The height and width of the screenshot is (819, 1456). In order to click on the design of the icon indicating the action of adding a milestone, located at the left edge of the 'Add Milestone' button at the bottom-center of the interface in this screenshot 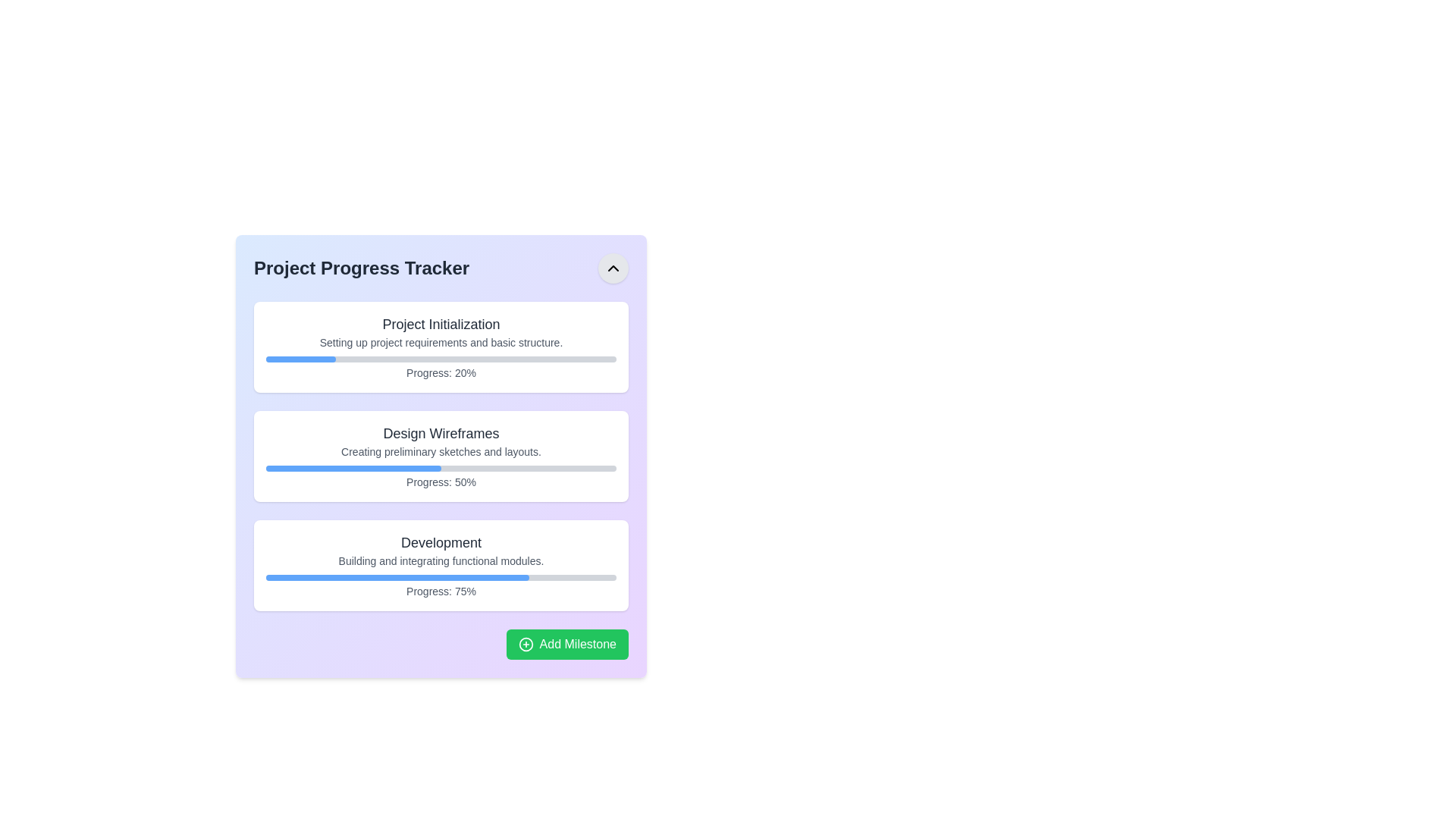, I will do `click(526, 644)`.